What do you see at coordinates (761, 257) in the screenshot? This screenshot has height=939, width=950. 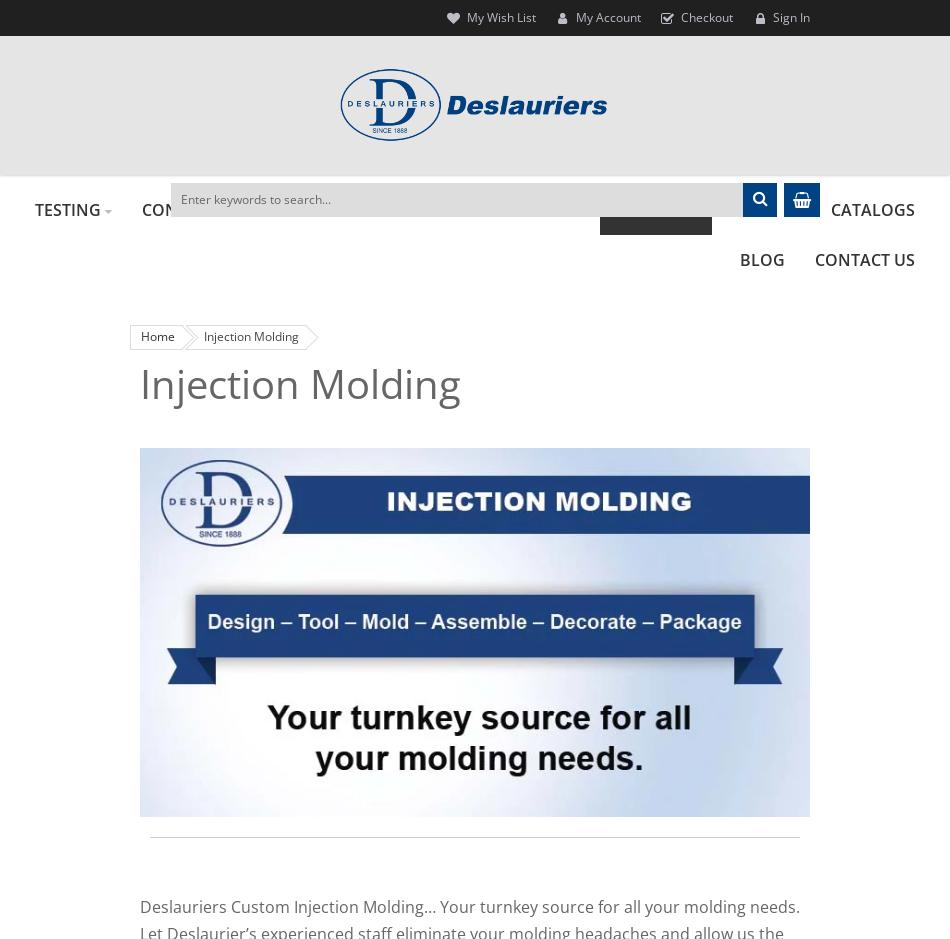 I see `'BLOG'` at bounding box center [761, 257].